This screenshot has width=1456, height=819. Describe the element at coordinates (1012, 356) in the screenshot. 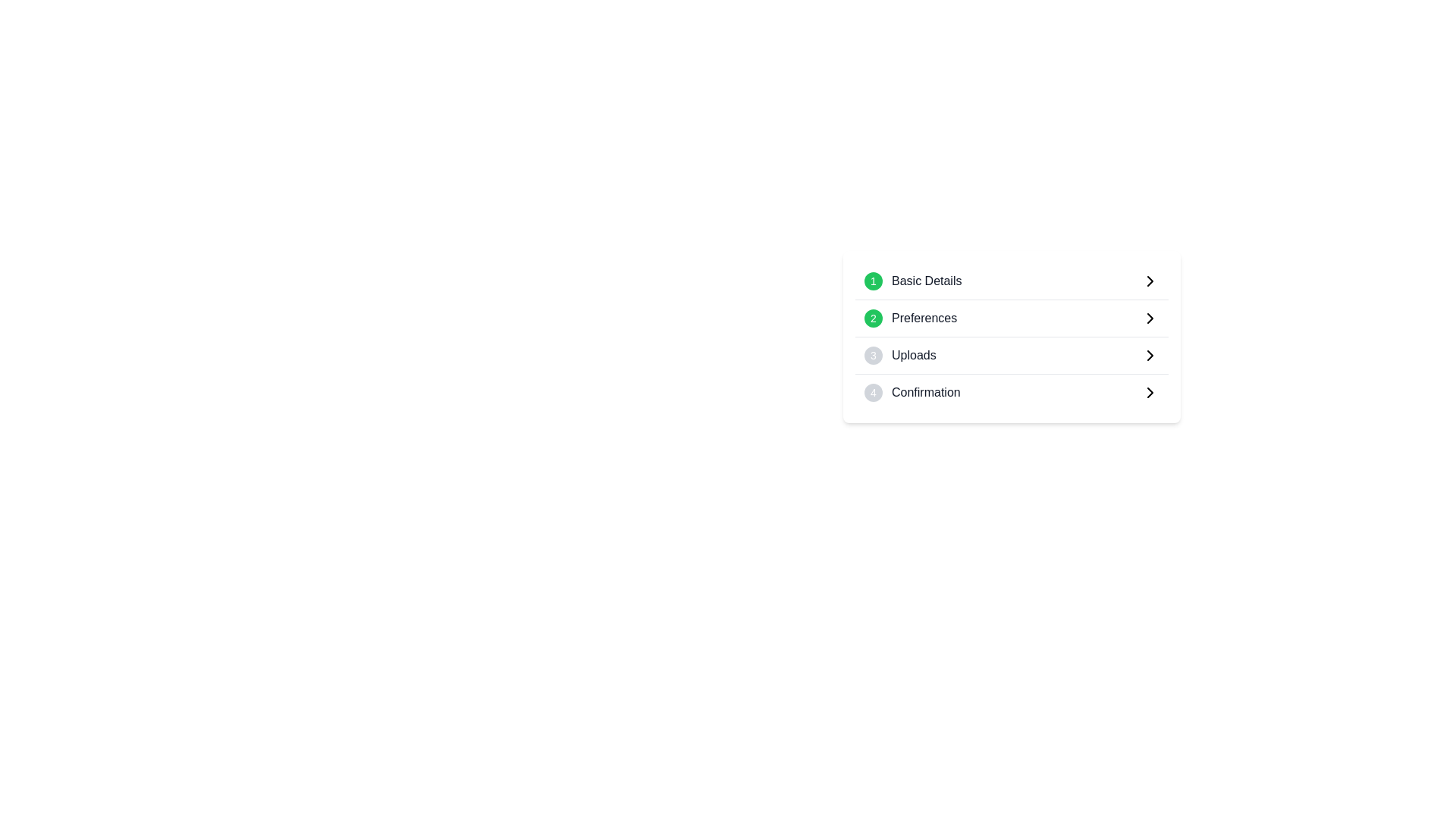

I see `the third menu option, which serves as a navigational link` at that location.